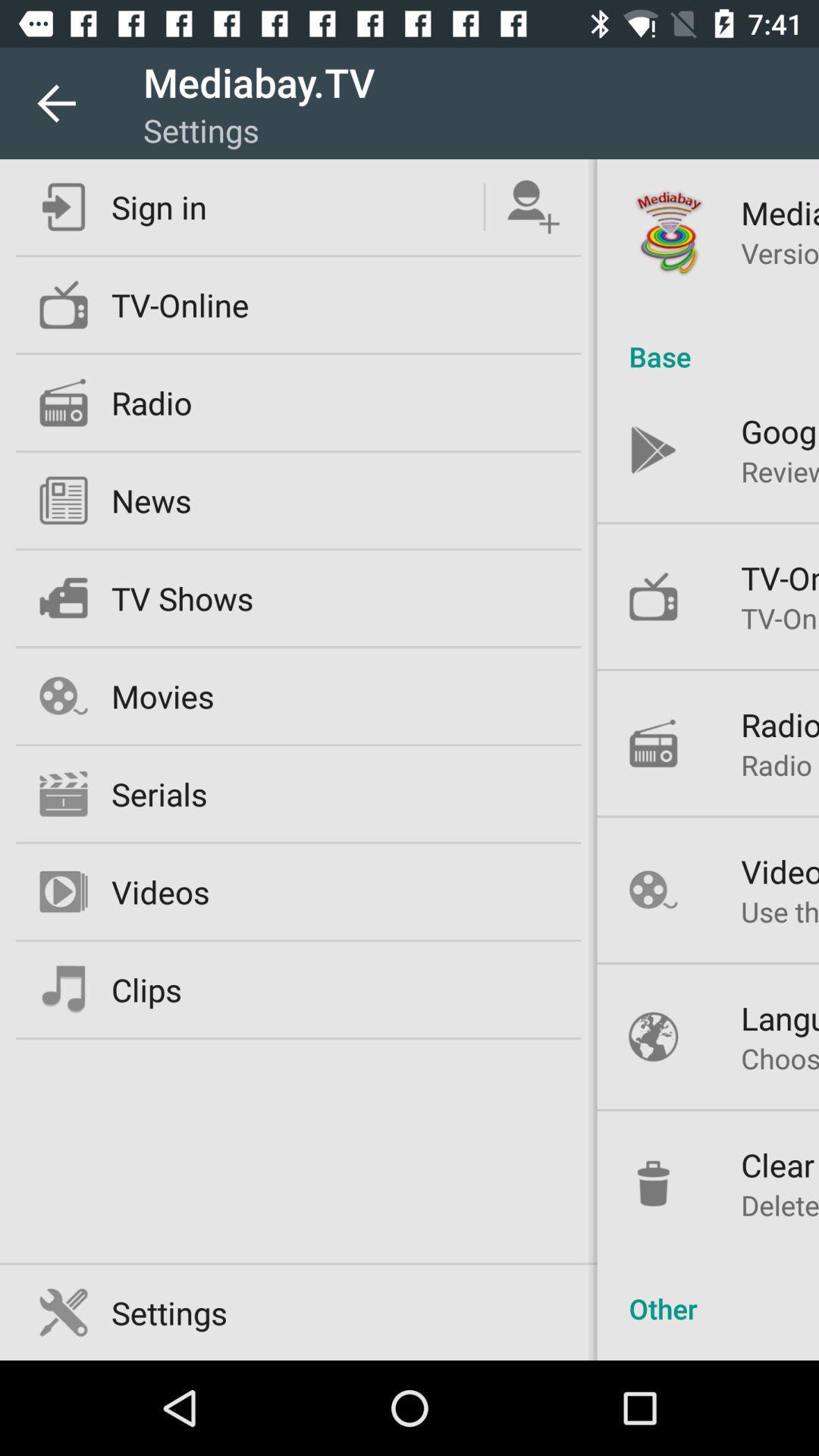 Image resolution: width=819 pixels, height=1456 pixels. Describe the element at coordinates (159, 792) in the screenshot. I see `serials` at that location.